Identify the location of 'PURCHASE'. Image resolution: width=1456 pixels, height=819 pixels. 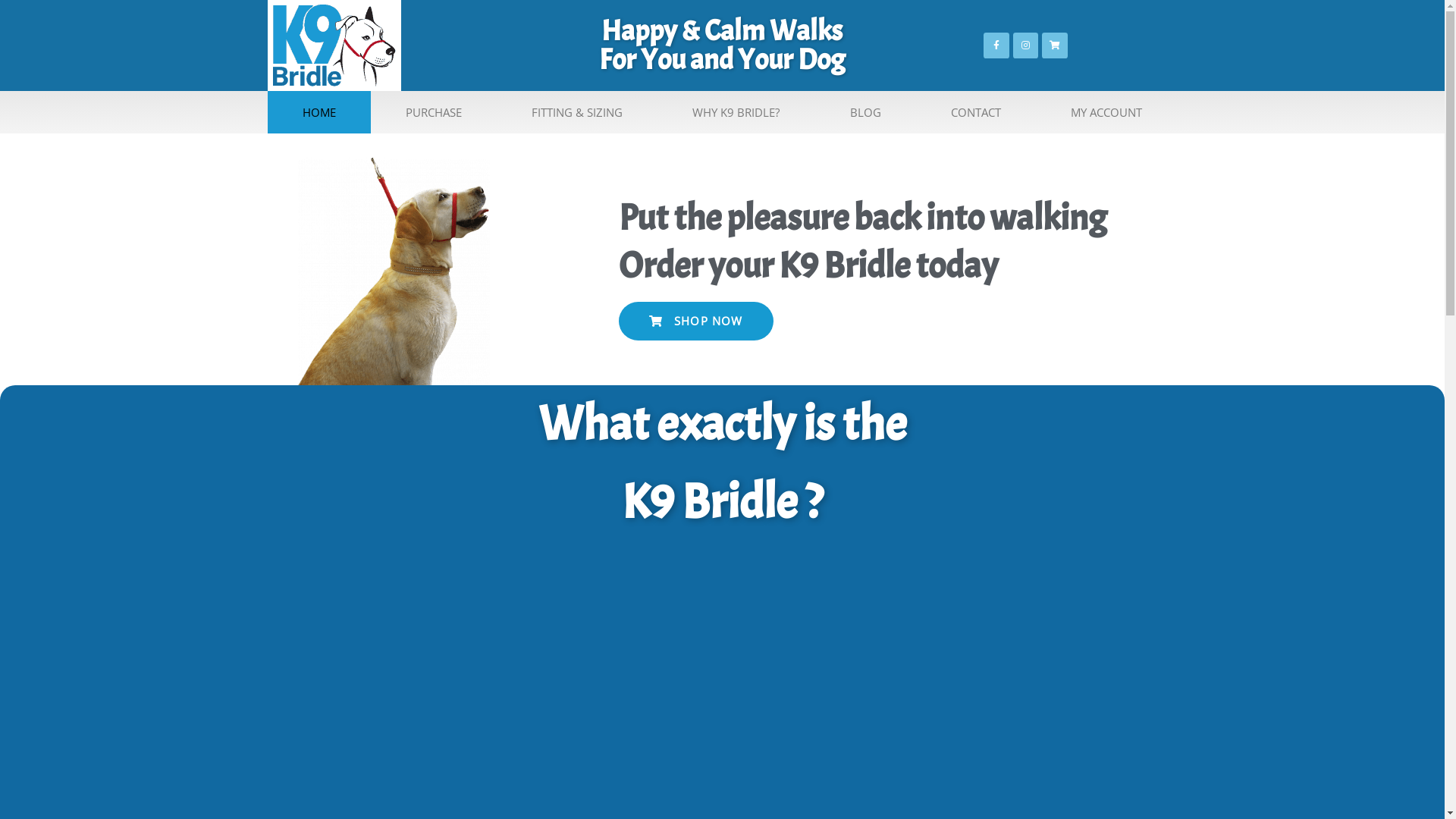
(432, 111).